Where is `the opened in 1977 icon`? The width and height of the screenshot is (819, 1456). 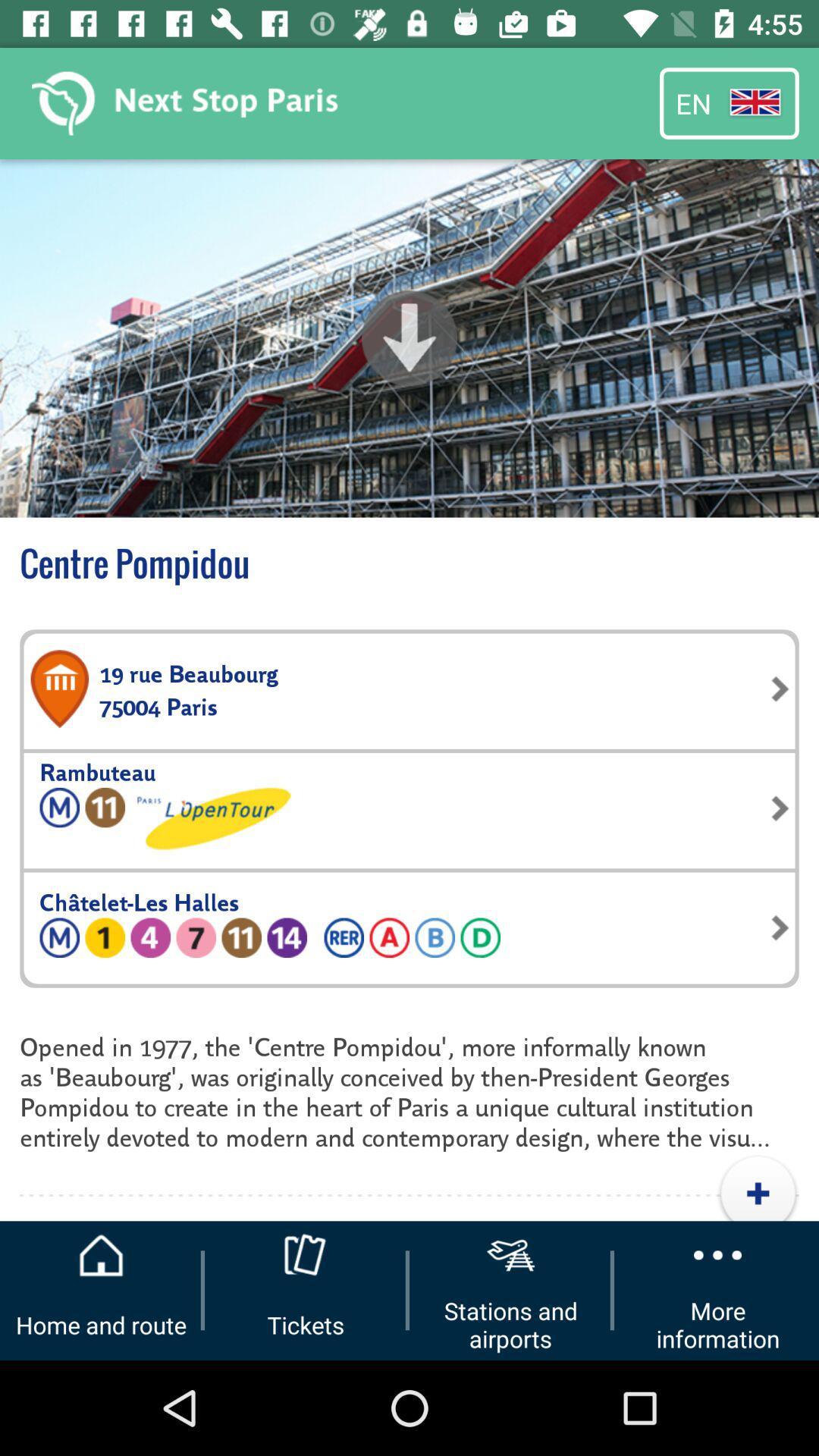 the opened in 1977 icon is located at coordinates (409, 1090).